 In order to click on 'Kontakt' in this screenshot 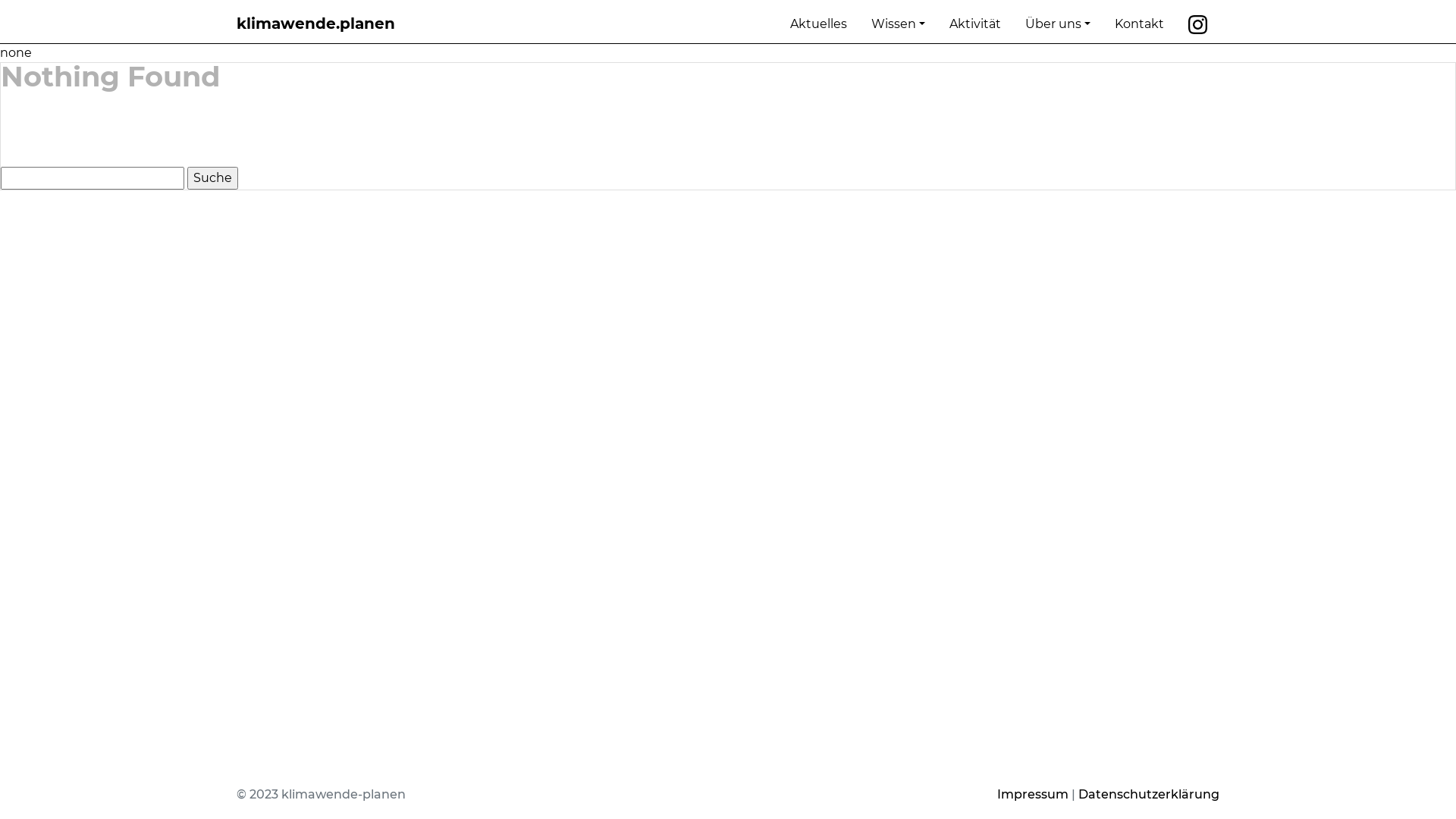, I will do `click(1139, 24)`.